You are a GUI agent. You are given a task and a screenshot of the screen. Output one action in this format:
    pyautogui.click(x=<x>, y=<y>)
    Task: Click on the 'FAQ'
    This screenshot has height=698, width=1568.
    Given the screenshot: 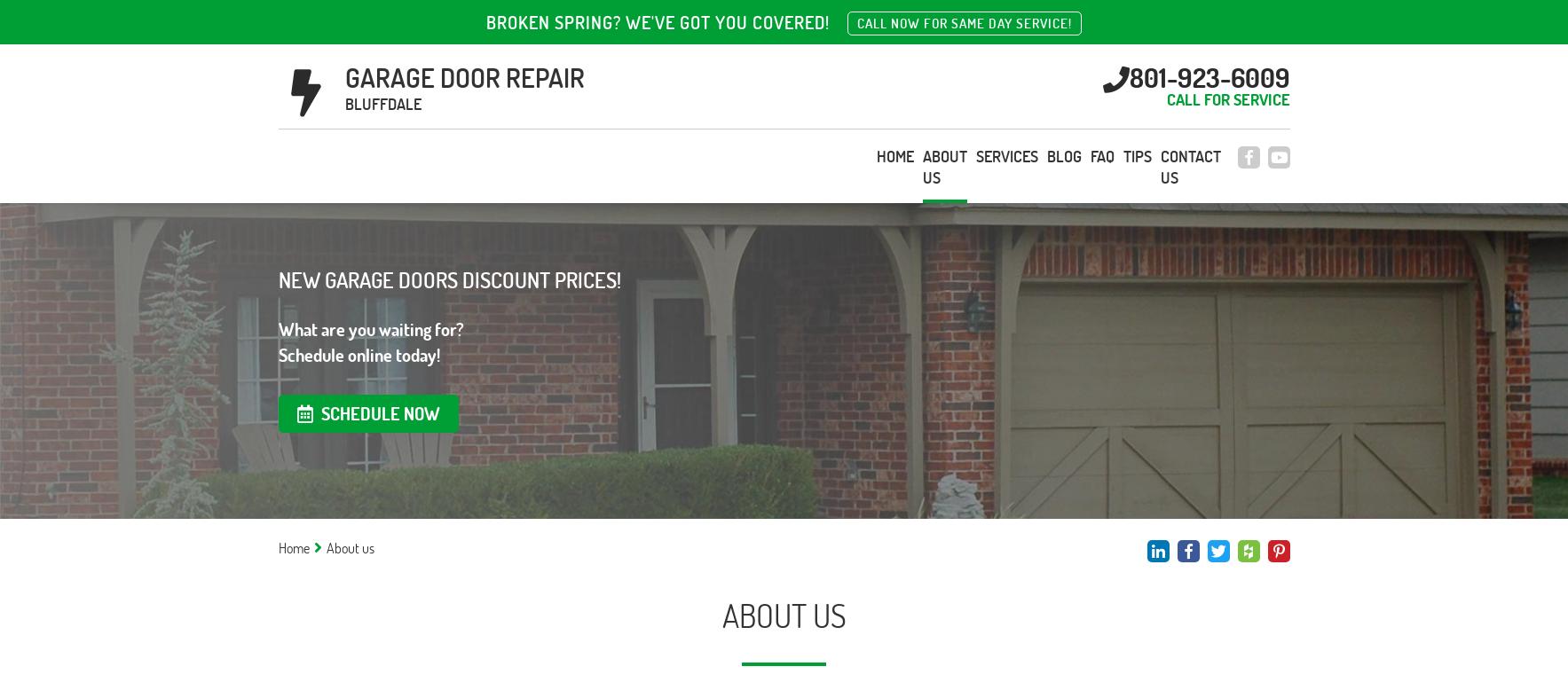 What is the action you would take?
    pyautogui.click(x=830, y=155)
    